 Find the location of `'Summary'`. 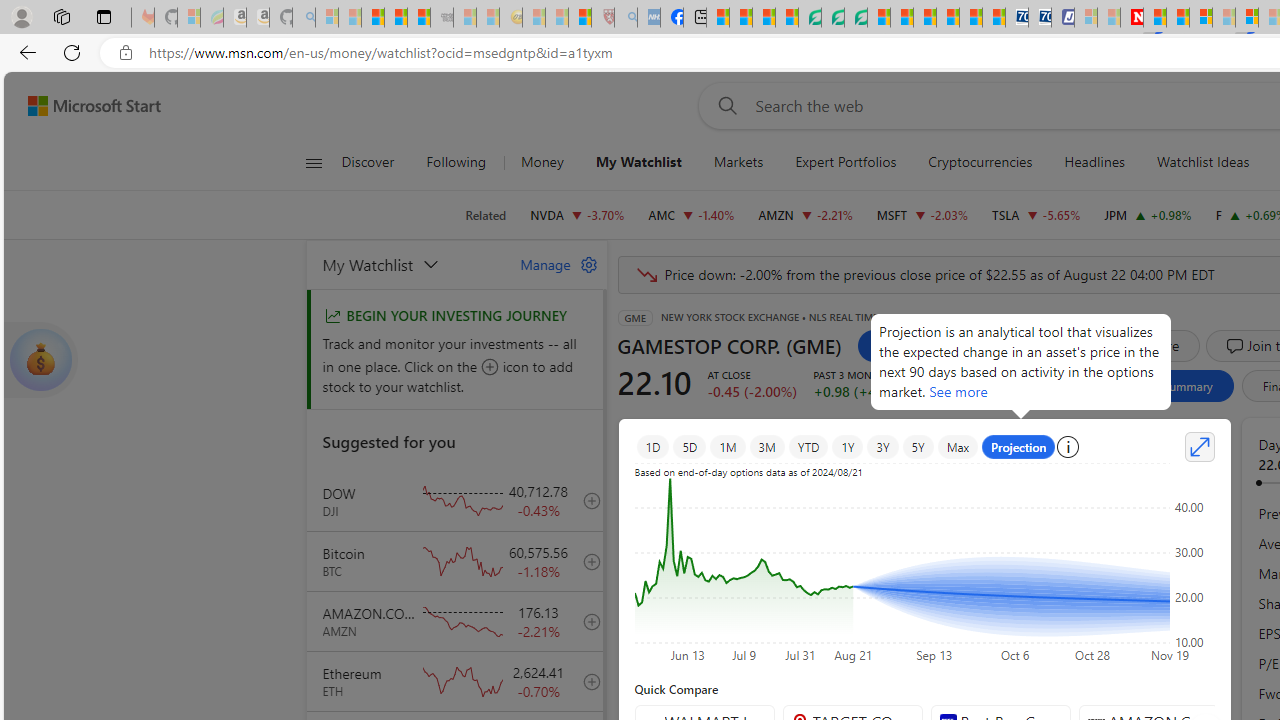

'Summary' is located at coordinates (1187, 385).